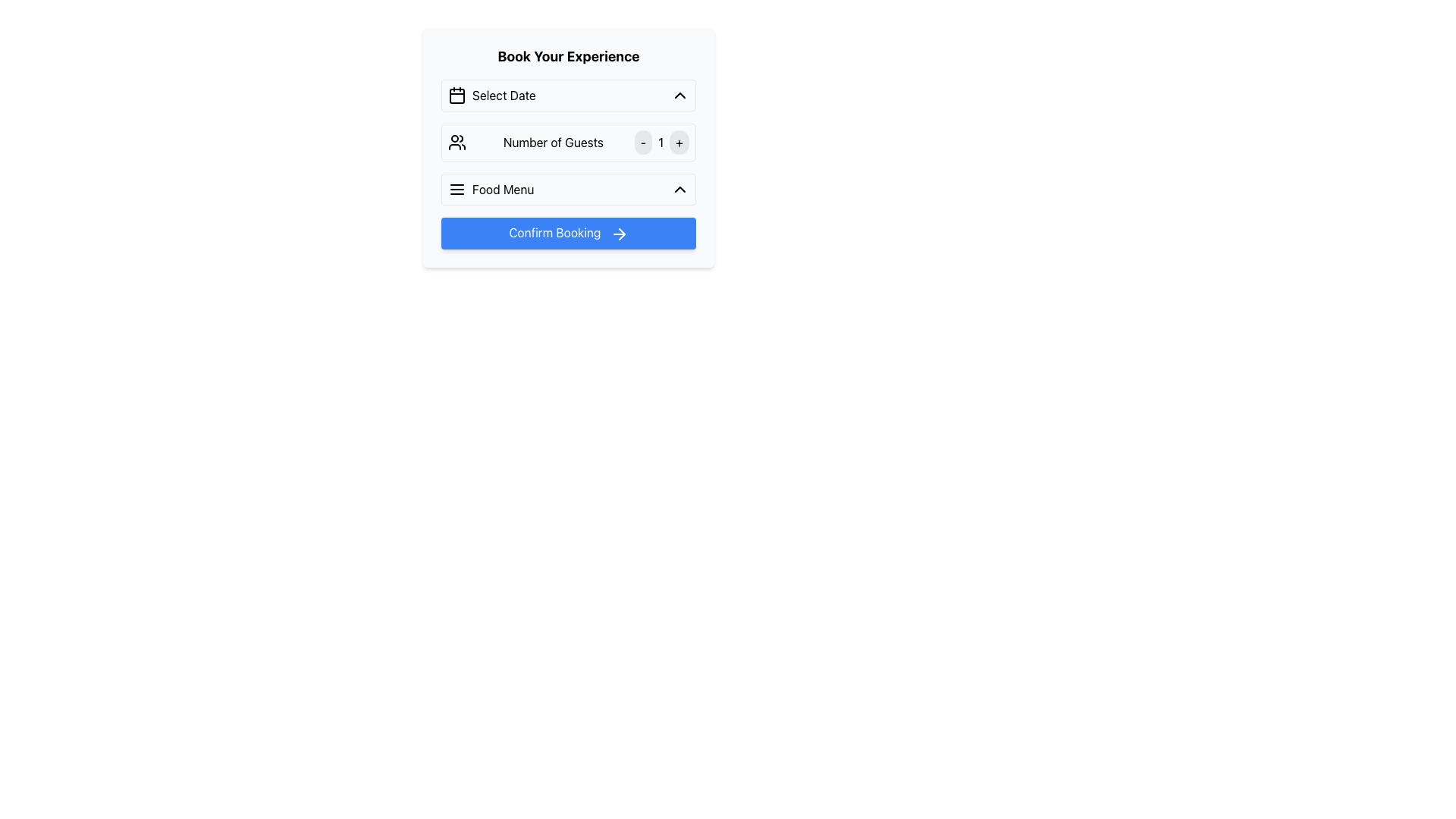 The height and width of the screenshot is (819, 1456). I want to click on the menu icon, which is represented by three horizontal lines, so click(457, 189).